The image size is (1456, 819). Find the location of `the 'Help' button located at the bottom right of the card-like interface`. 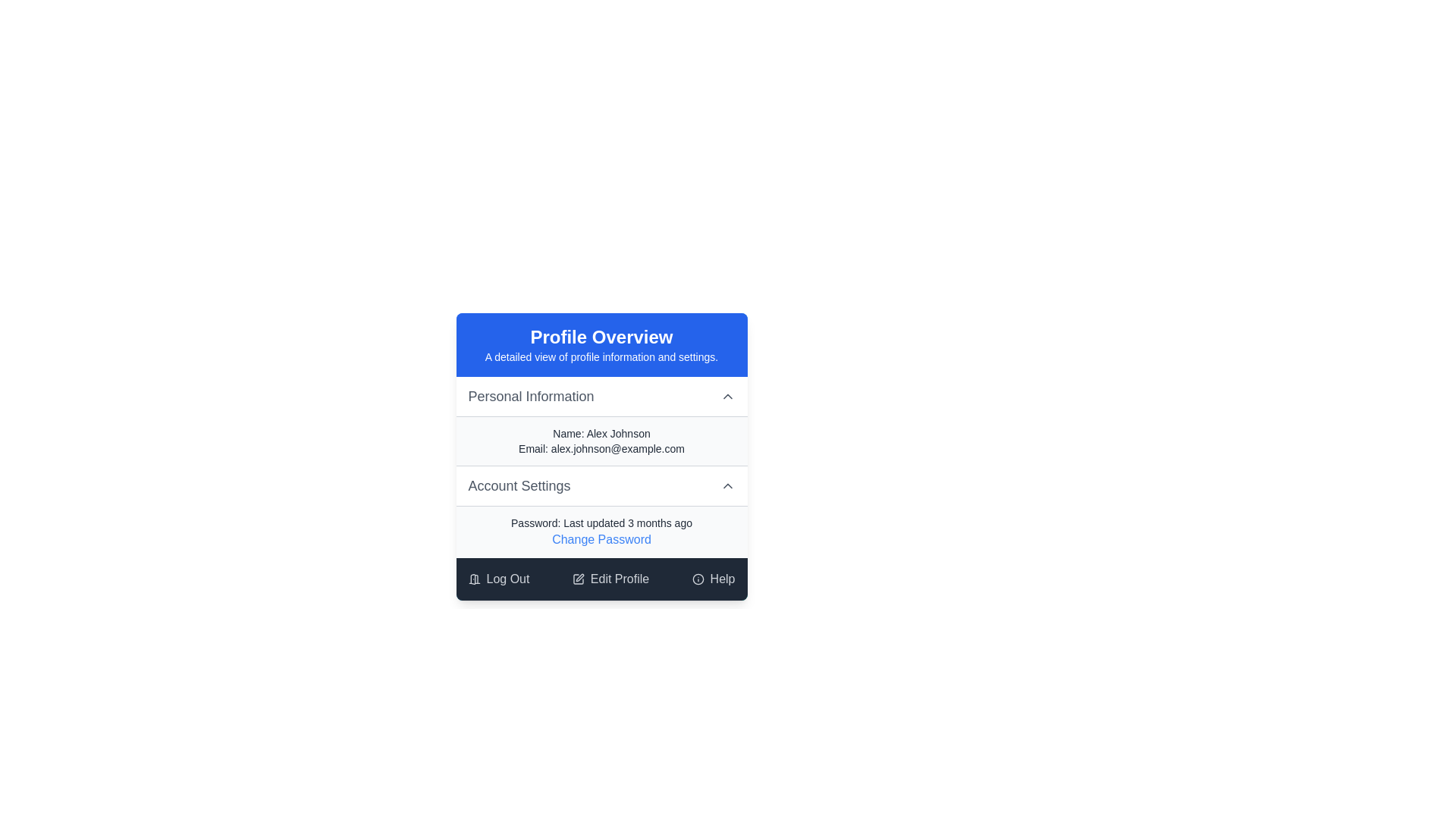

the 'Help' button located at the bottom right of the card-like interface is located at coordinates (712, 579).